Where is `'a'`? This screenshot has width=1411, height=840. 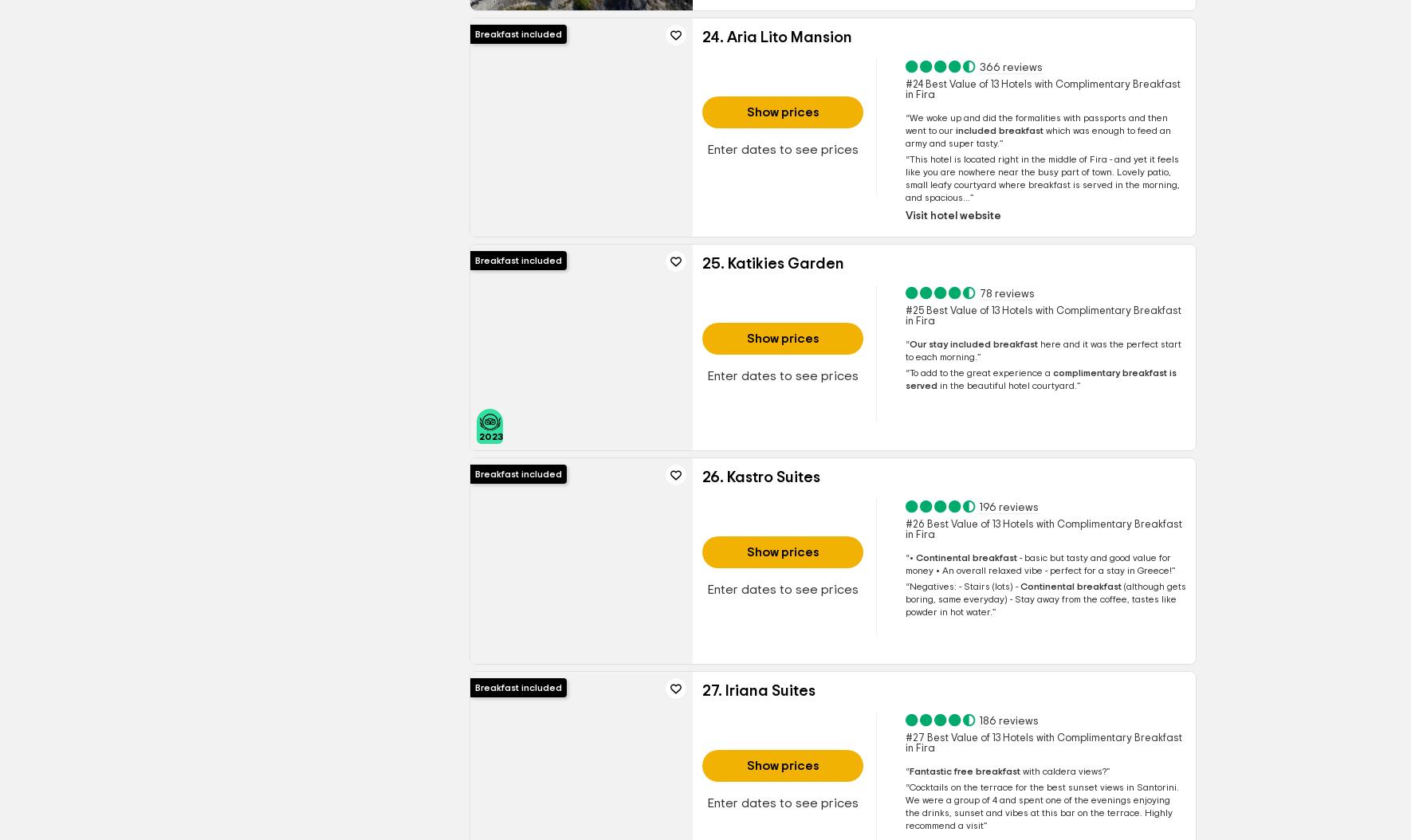
'a' is located at coordinates (1040, 372).